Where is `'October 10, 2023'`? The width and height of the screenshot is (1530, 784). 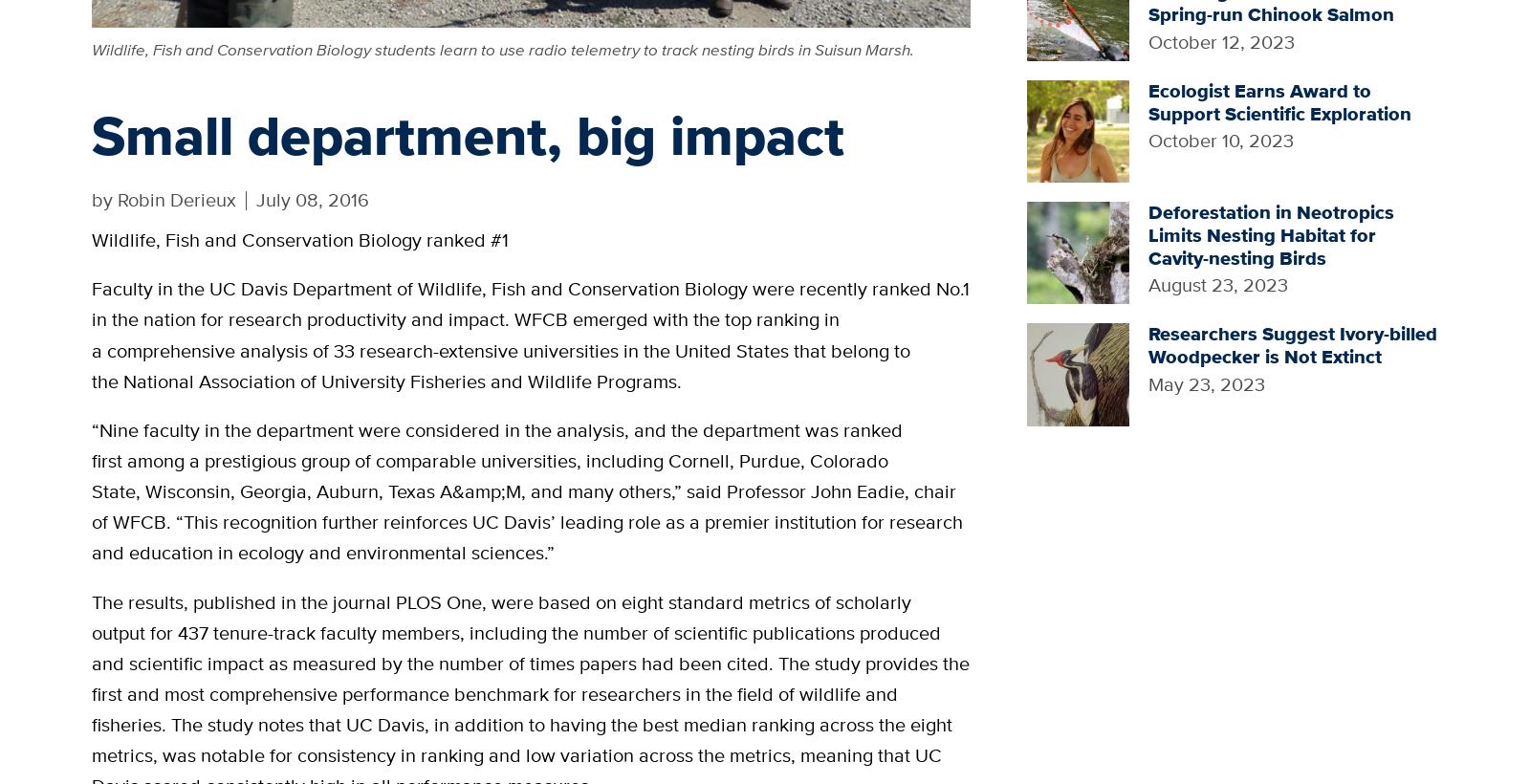
'October 10, 2023' is located at coordinates (1147, 140).